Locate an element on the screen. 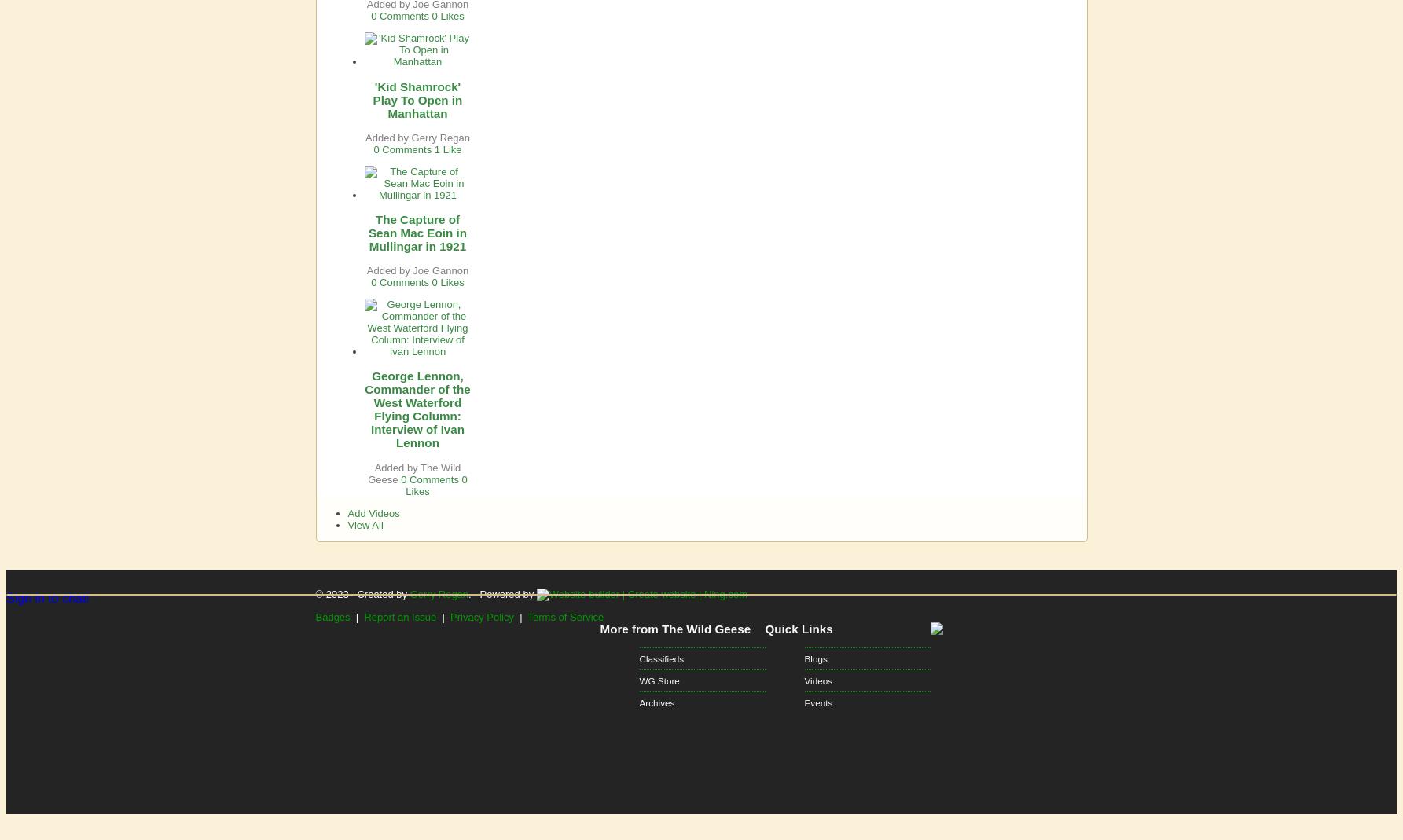 Image resolution: width=1403 pixels, height=840 pixels. '.             
    Powered by' is located at coordinates (501, 593).